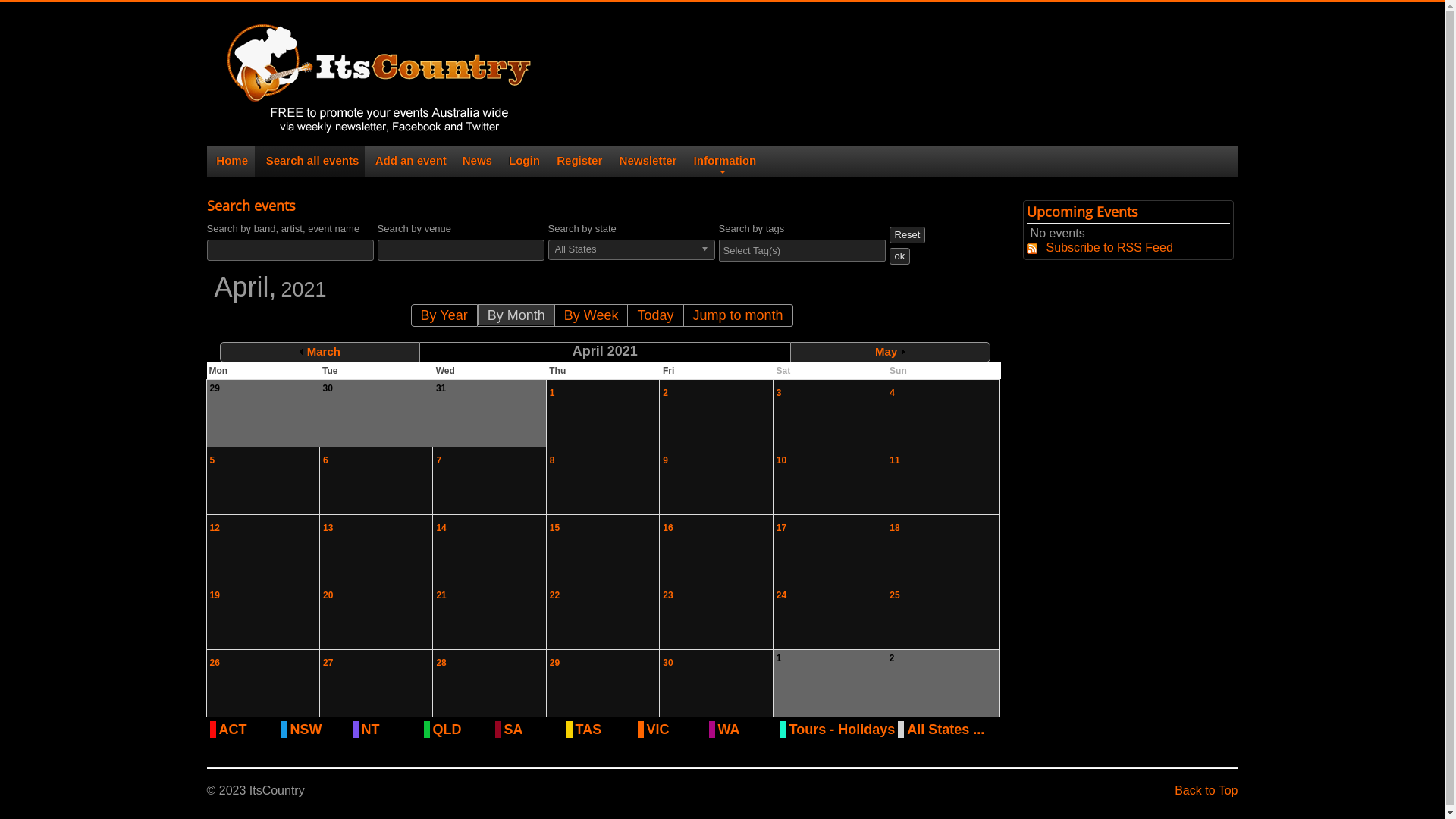  What do you see at coordinates (247, 728) in the screenshot?
I see `'ACT'` at bounding box center [247, 728].